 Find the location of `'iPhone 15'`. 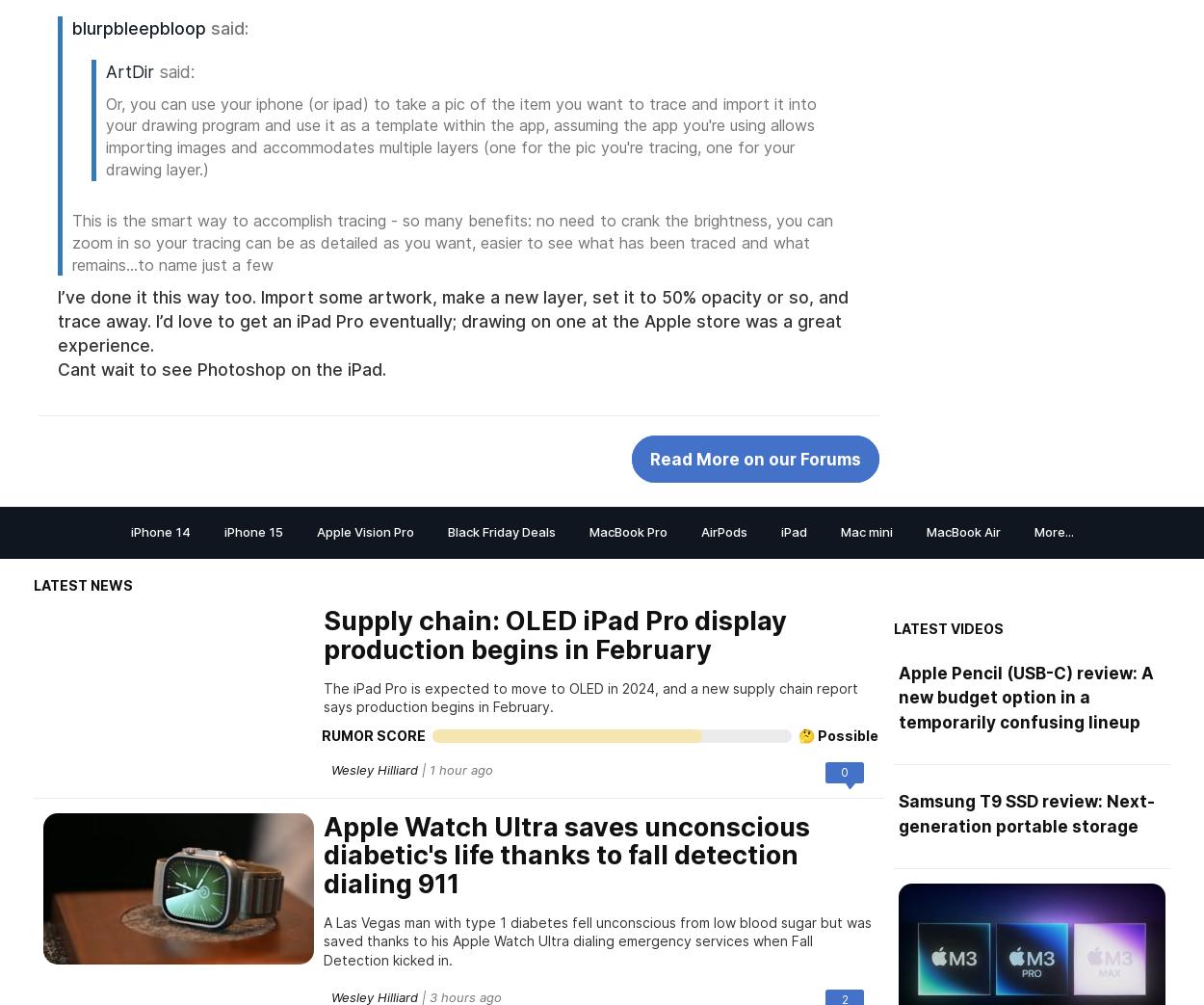

'iPhone 15' is located at coordinates (252, 531).